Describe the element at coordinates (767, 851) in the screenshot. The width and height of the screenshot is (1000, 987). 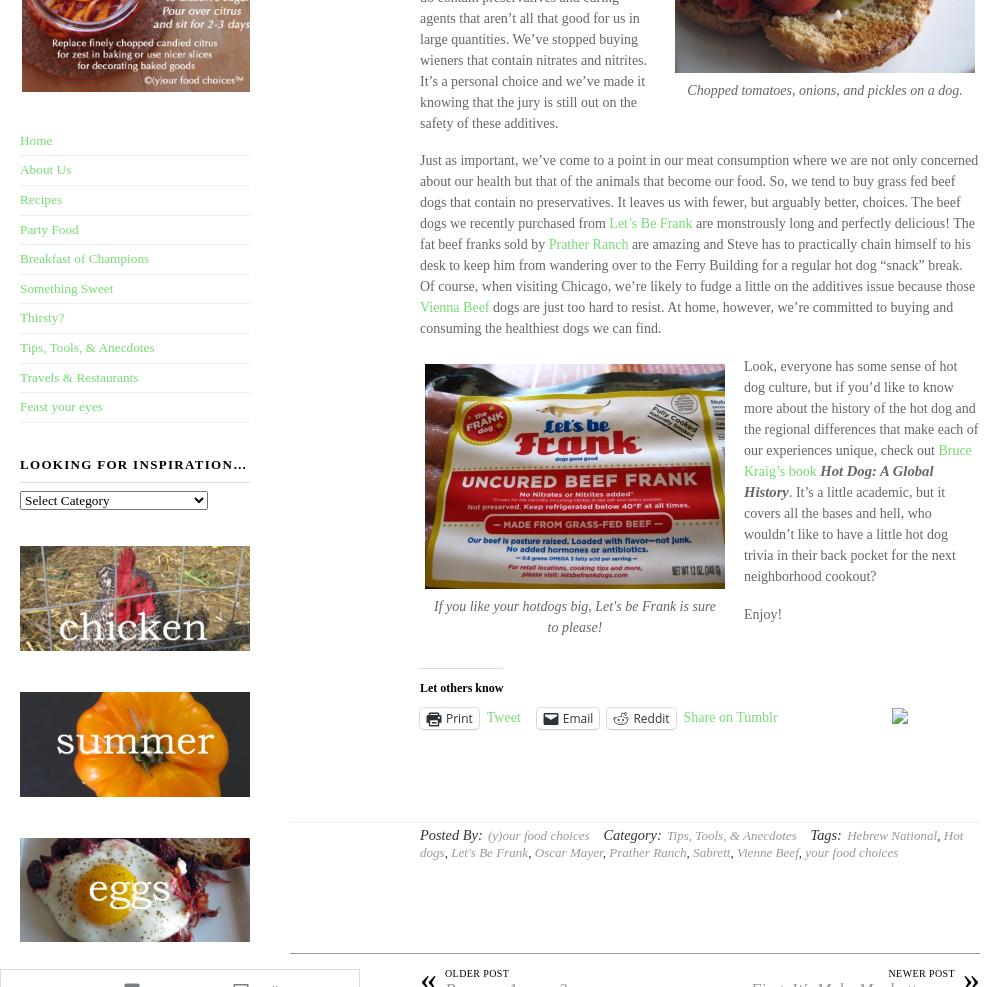
I see `'Vienne Beef'` at that location.